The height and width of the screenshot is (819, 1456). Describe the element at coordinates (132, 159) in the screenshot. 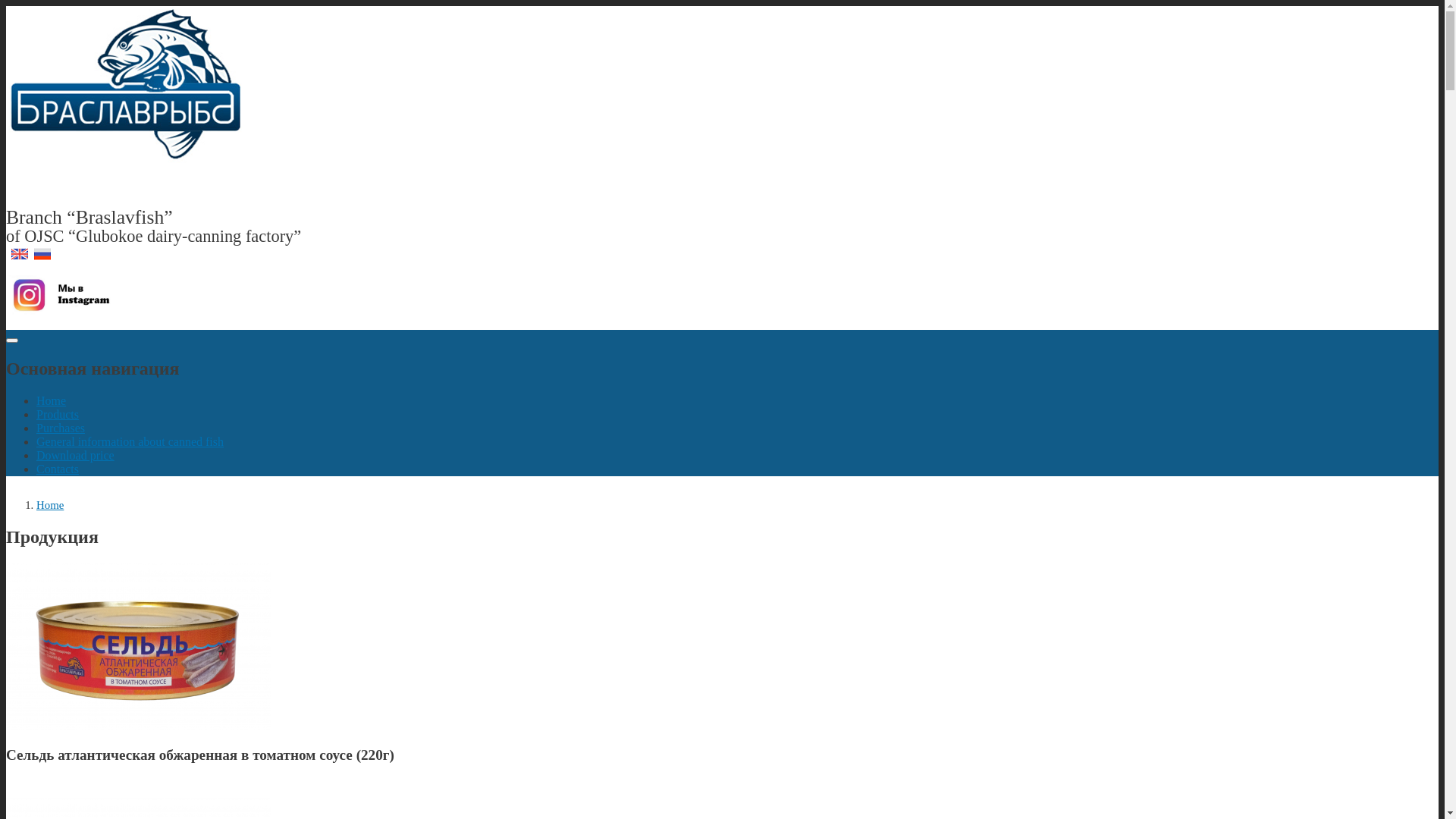

I see `'Home'` at that location.